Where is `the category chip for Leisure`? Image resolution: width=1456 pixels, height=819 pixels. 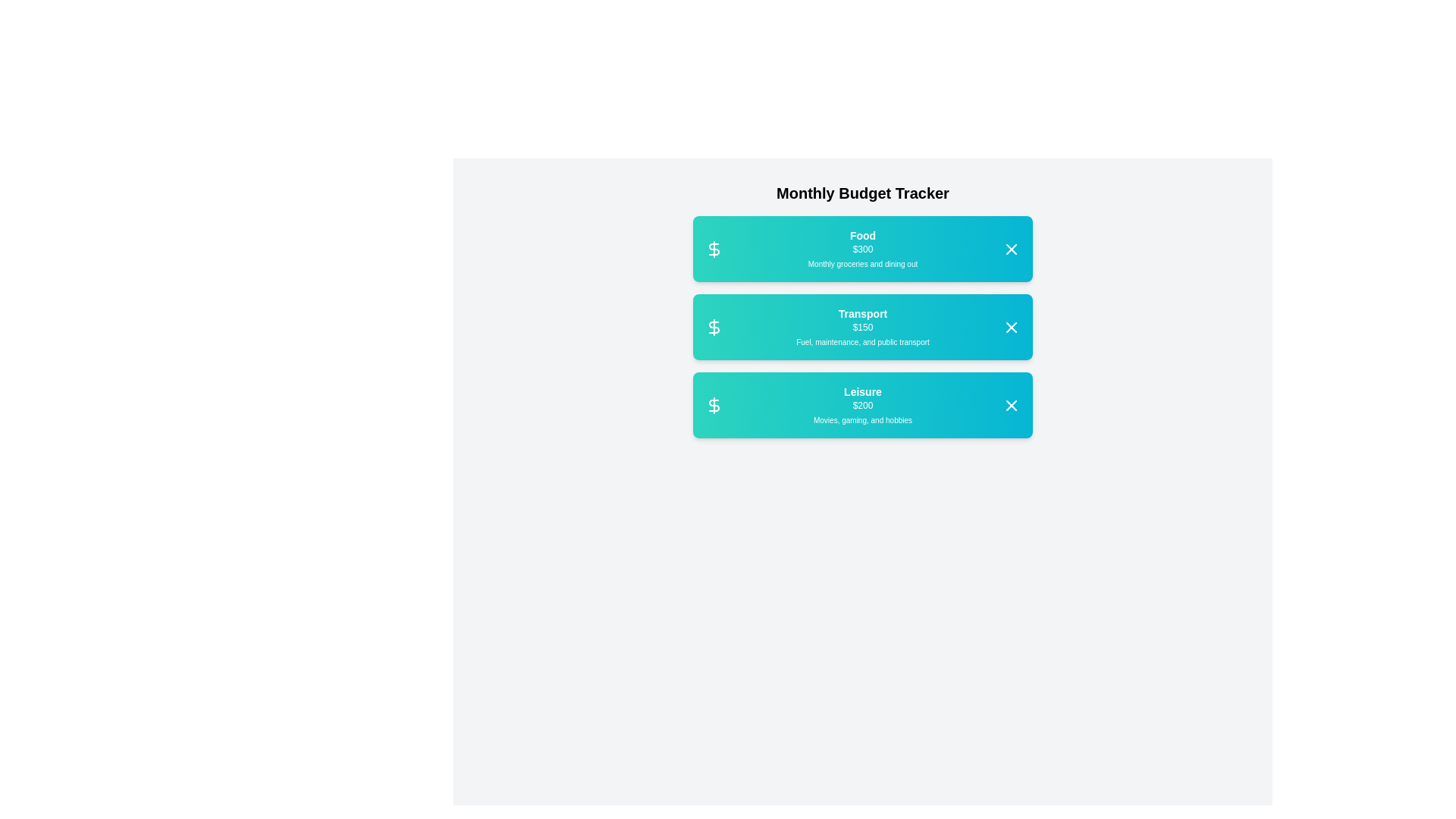
the category chip for Leisure is located at coordinates (862, 403).